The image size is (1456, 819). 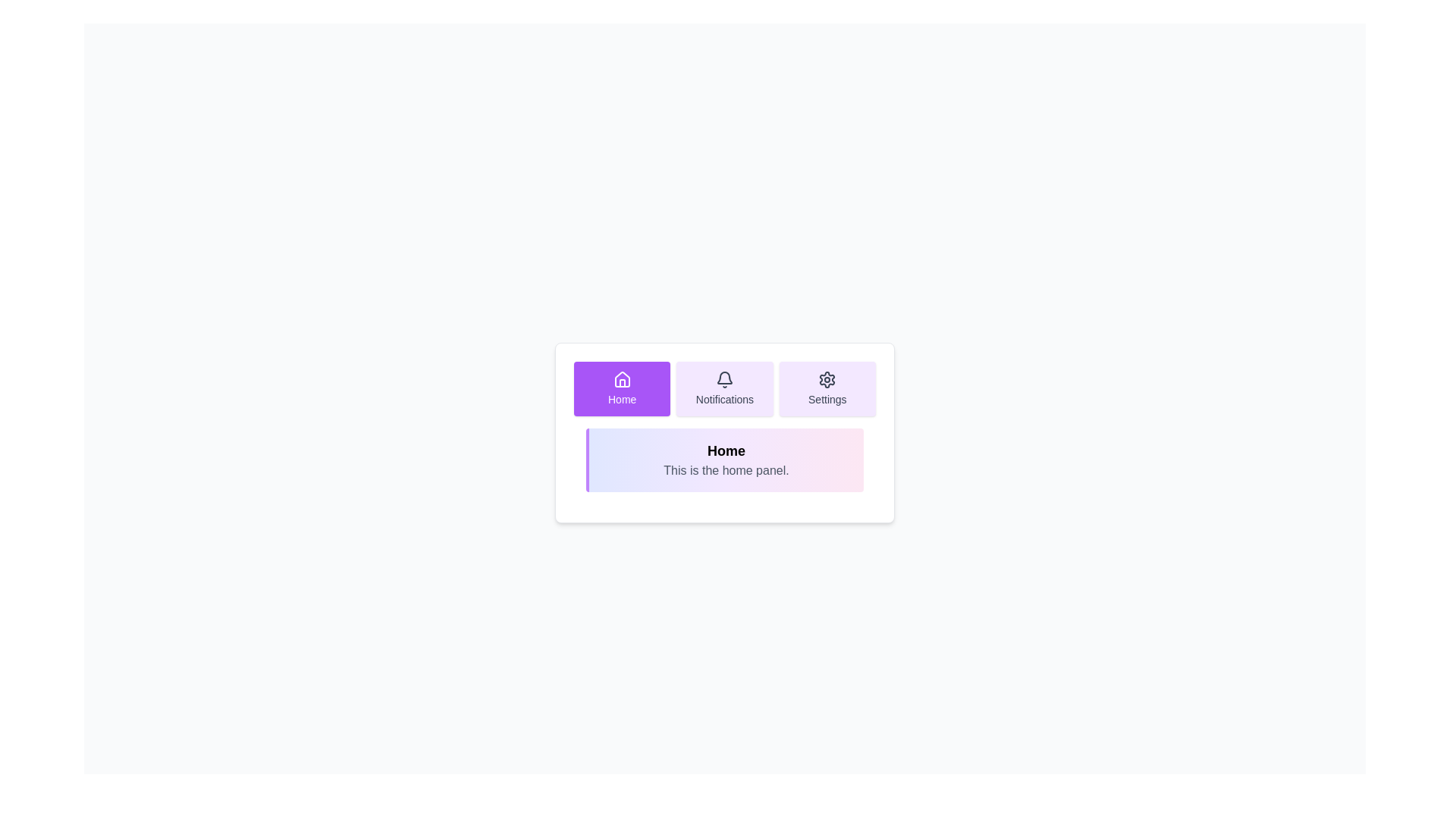 I want to click on the second tile in the horizontal grid, so click(x=723, y=388).